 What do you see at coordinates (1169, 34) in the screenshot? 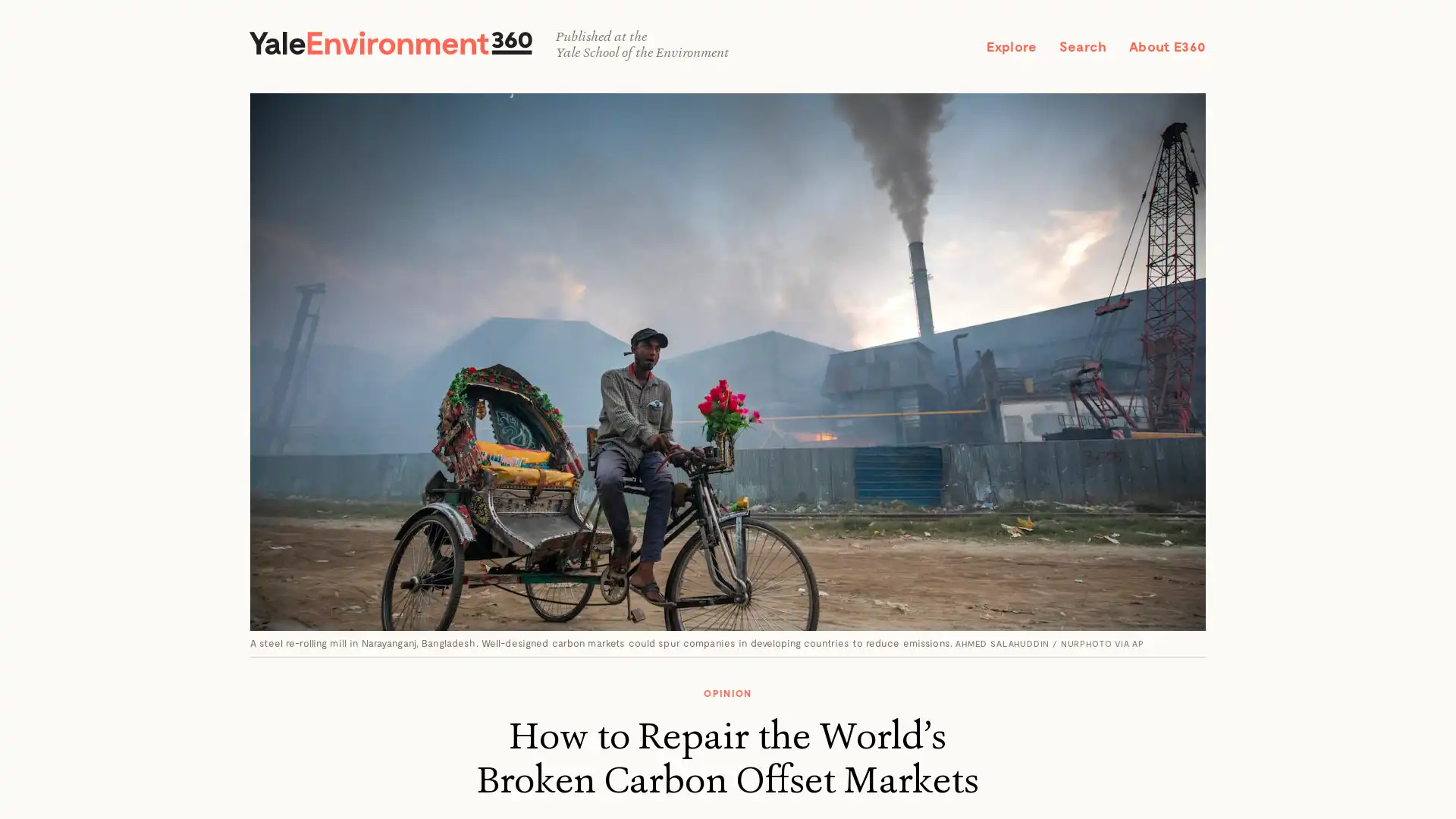
I see `SEARCH` at bounding box center [1169, 34].